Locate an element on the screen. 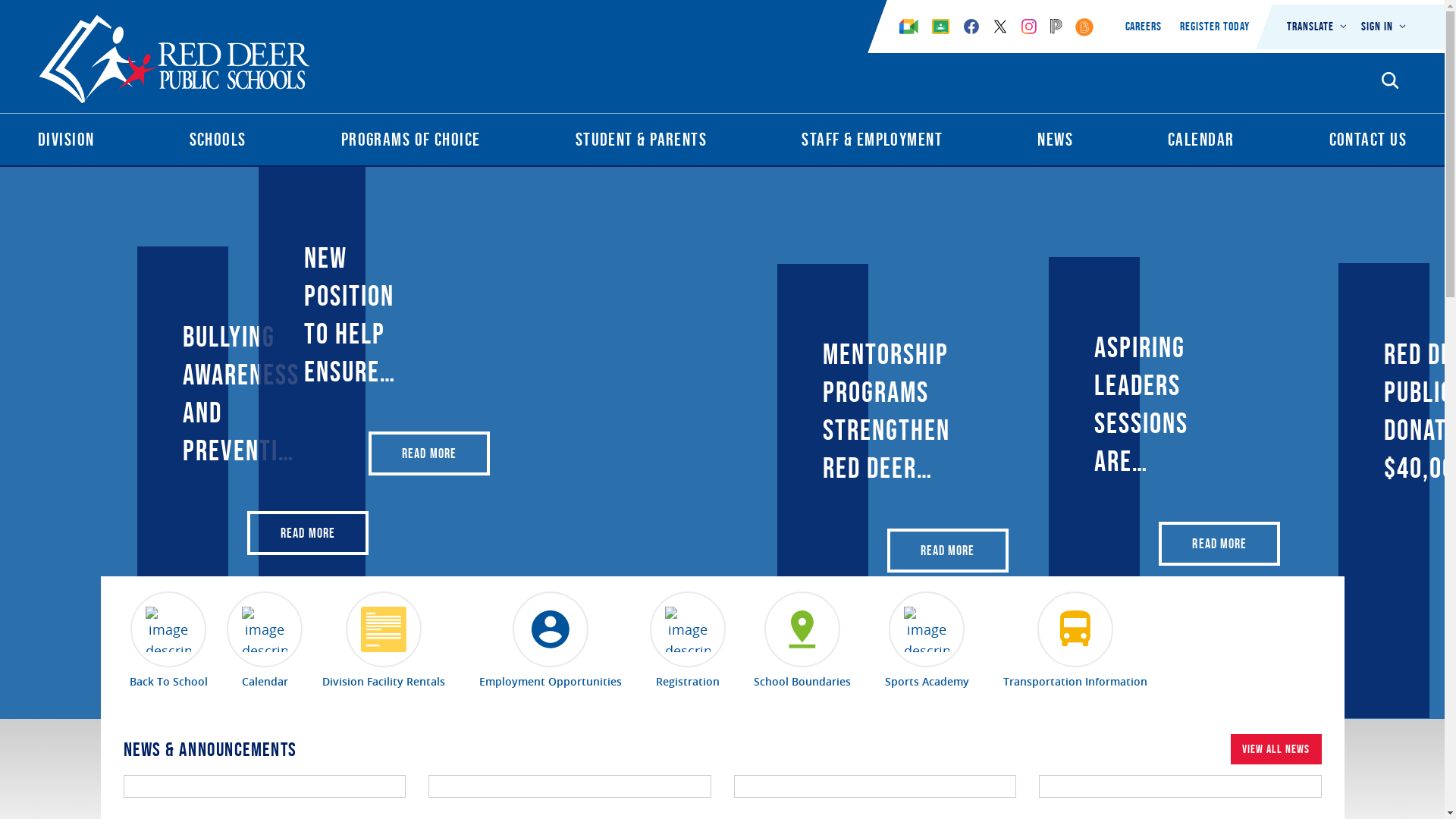 Image resolution: width=1456 pixels, height=819 pixels. 'Register Today' is located at coordinates (1178, 26).